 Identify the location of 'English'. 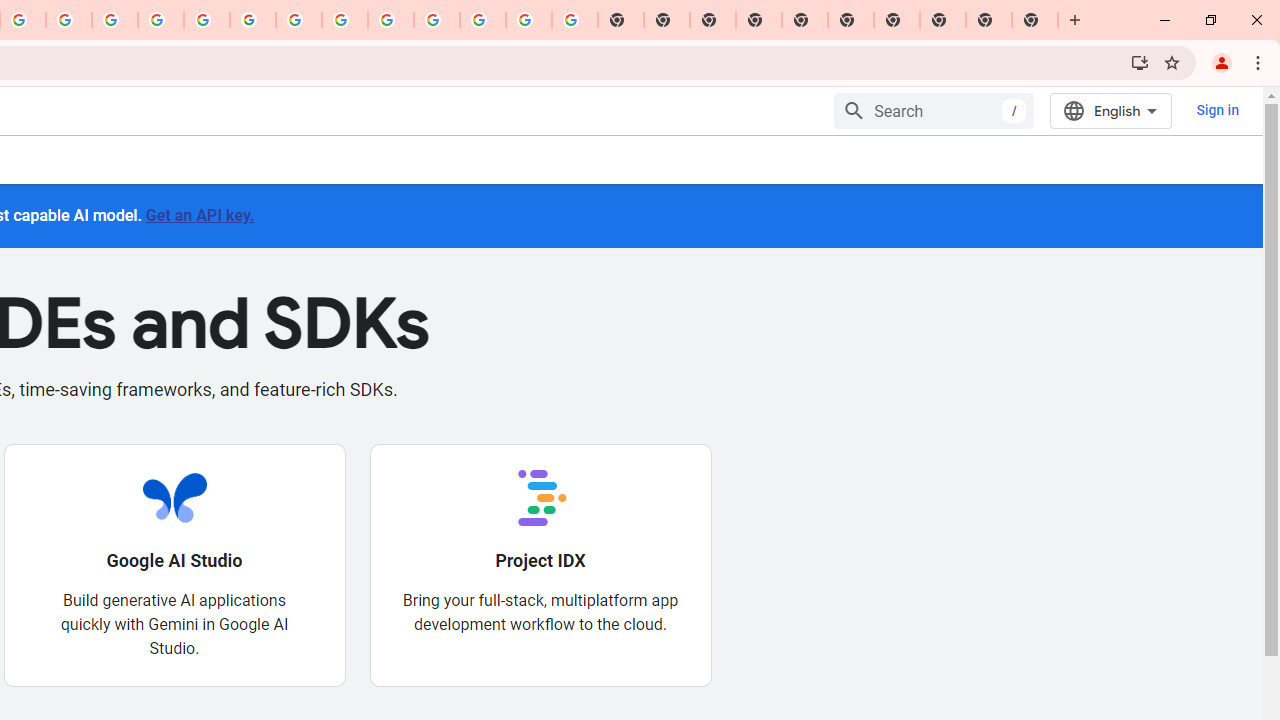
(1110, 110).